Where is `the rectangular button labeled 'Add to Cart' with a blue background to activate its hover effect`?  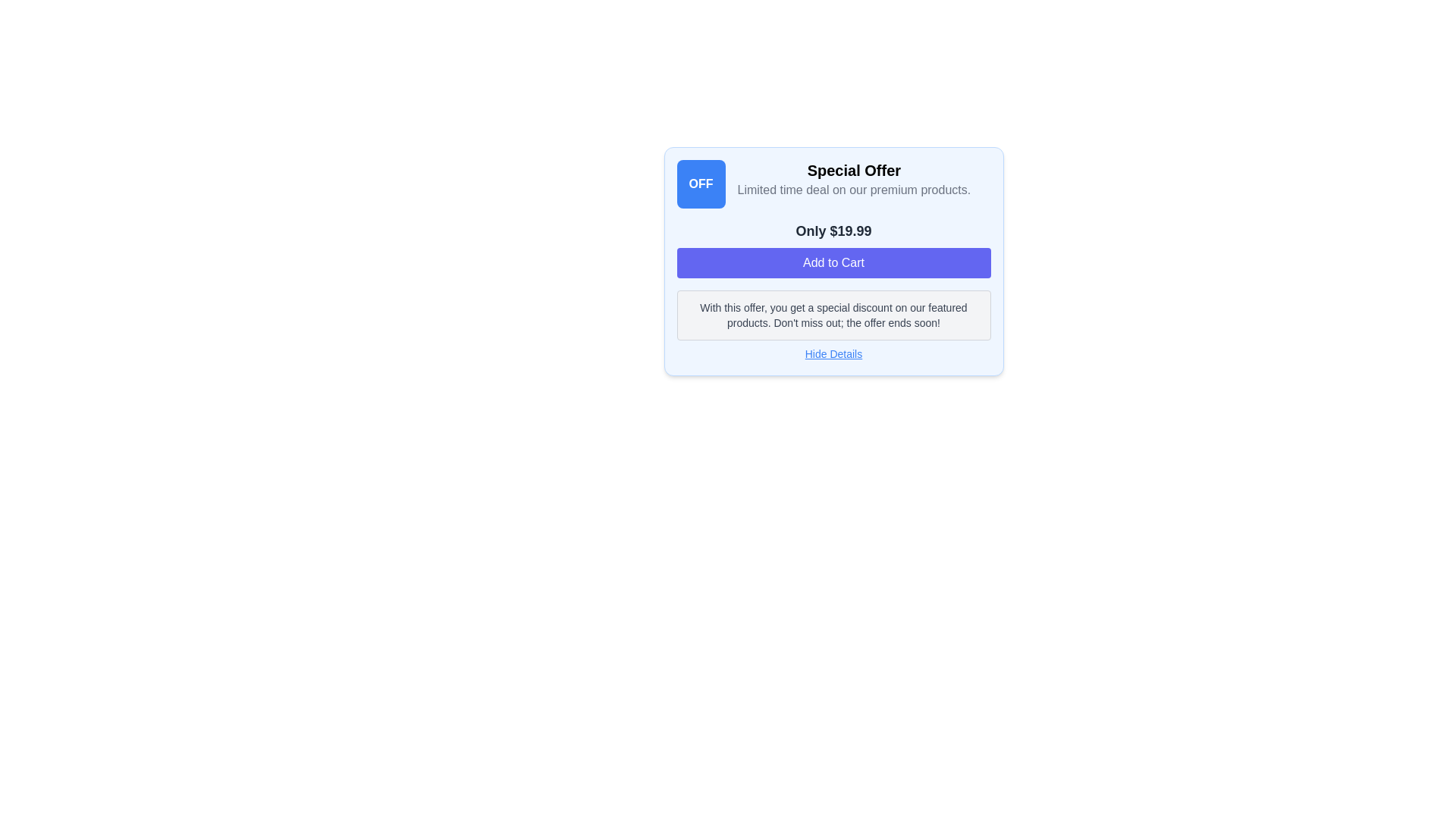 the rectangular button labeled 'Add to Cart' with a blue background to activate its hover effect is located at coordinates (833, 262).